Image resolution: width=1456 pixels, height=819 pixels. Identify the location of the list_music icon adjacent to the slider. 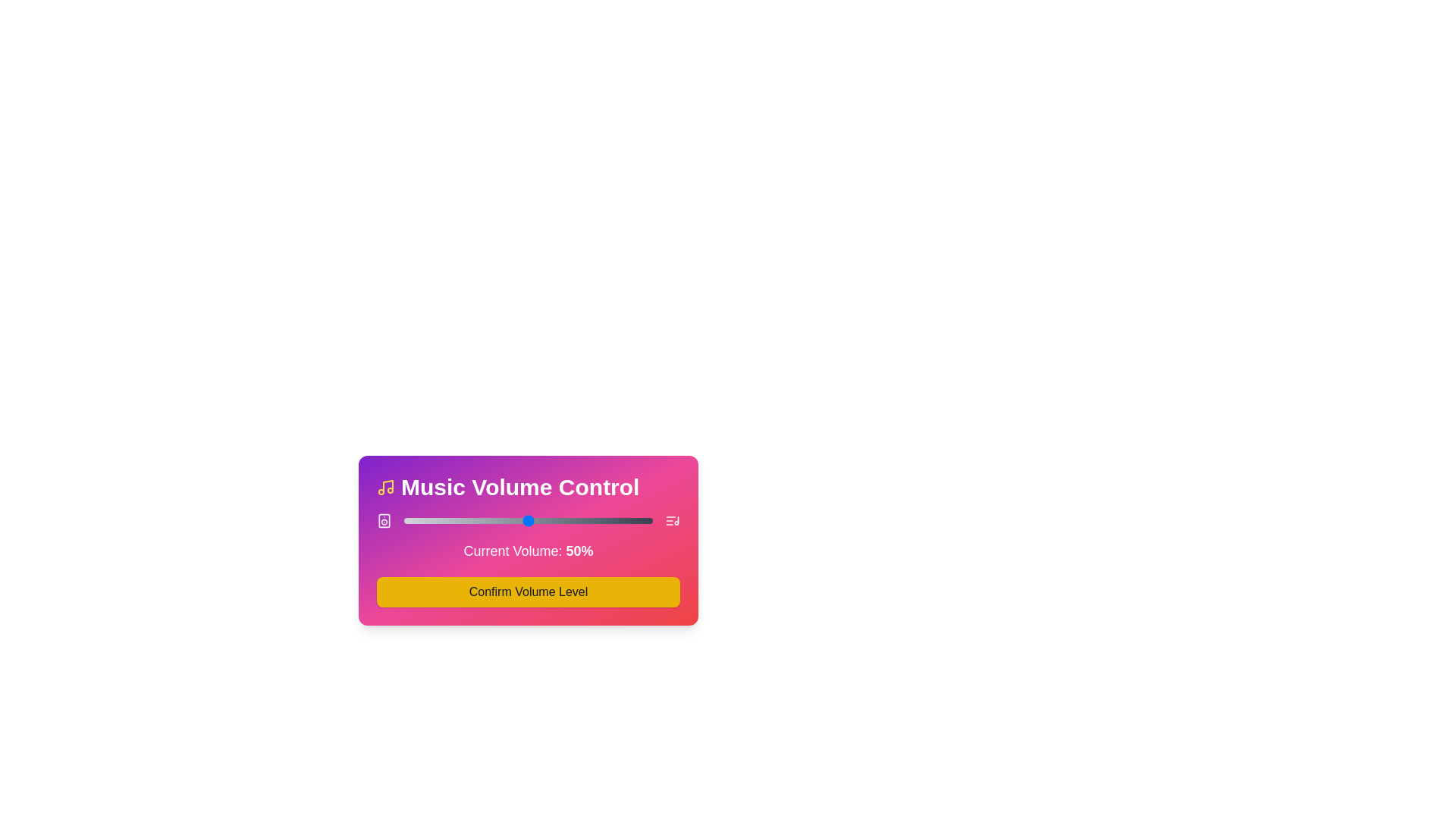
(672, 519).